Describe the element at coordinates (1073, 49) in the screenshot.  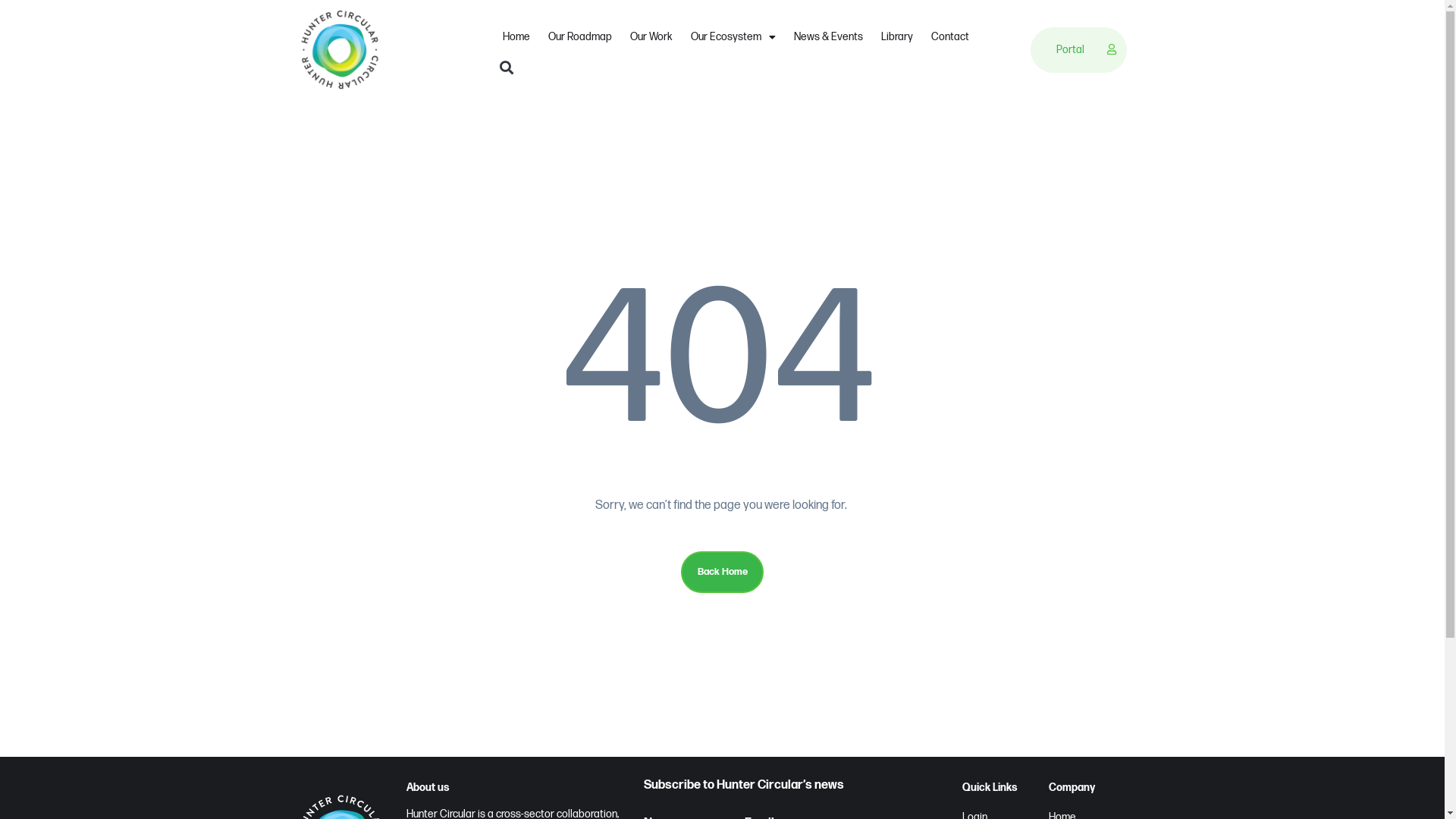
I see `'Portal'` at that location.